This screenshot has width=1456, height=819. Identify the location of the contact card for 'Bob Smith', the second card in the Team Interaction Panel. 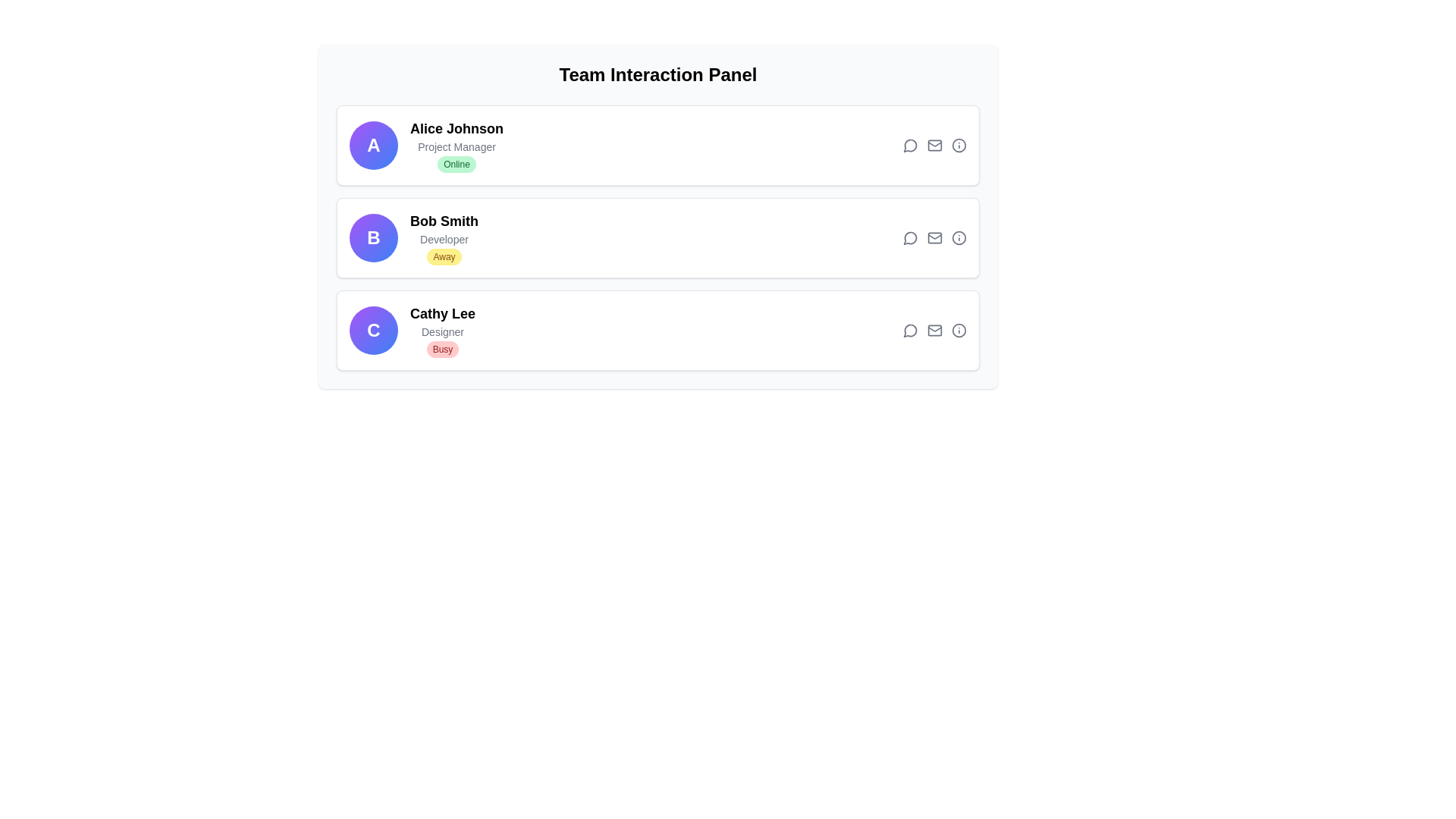
(658, 237).